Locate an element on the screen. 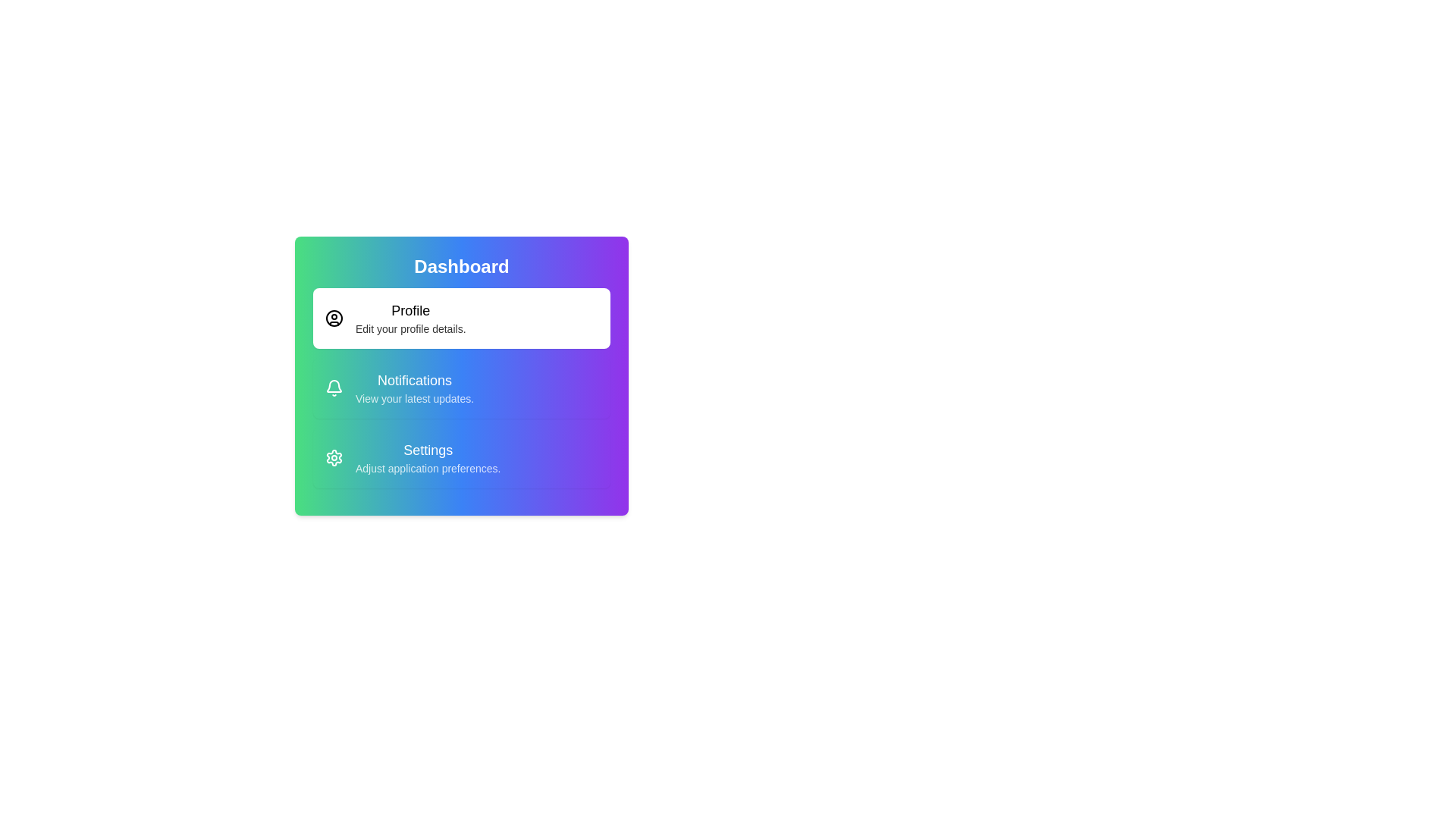  the menu option Profile is located at coordinates (461, 318).